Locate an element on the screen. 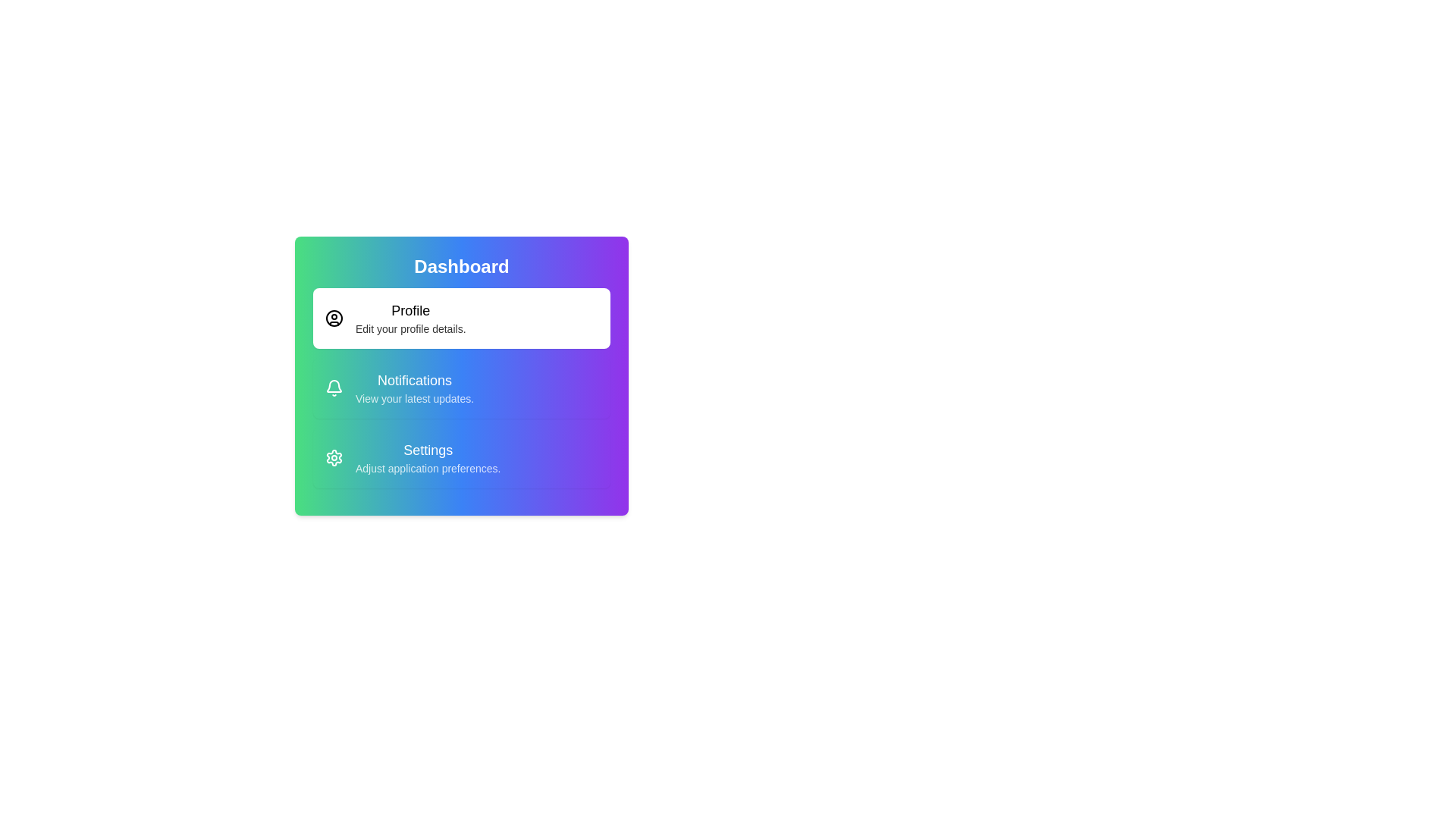  the menu option Profile is located at coordinates (461, 318).